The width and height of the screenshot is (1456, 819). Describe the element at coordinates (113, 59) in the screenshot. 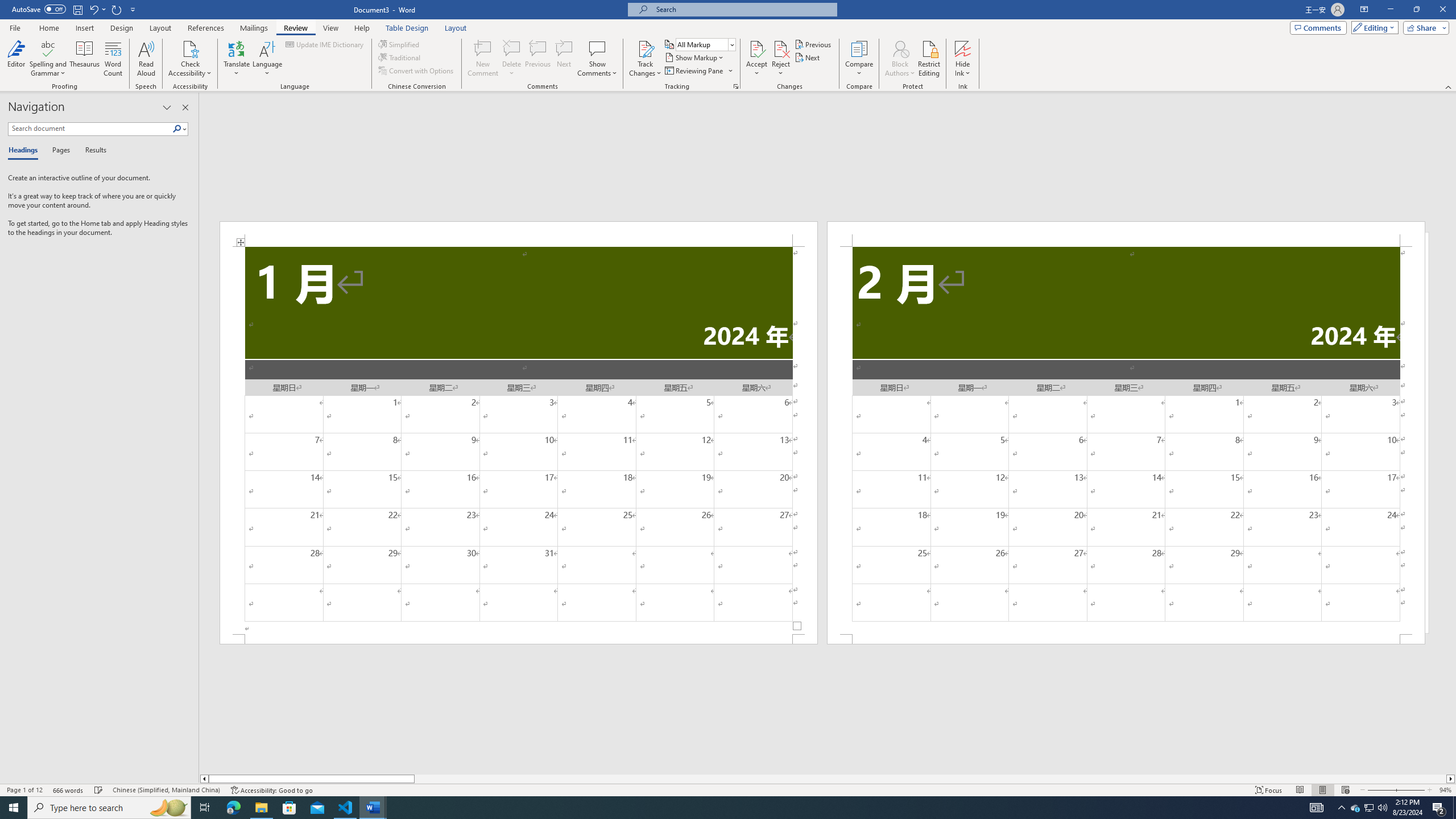

I see `'Word Count'` at that location.